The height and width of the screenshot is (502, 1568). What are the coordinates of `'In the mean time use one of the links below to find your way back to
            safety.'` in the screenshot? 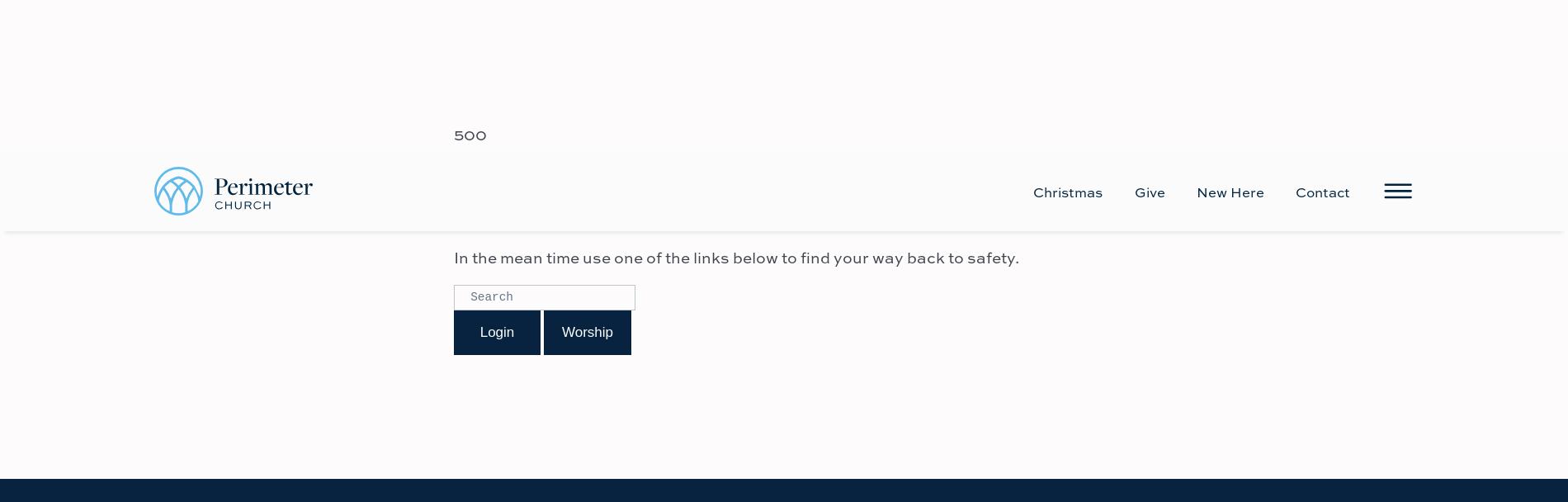 It's located at (735, 104).